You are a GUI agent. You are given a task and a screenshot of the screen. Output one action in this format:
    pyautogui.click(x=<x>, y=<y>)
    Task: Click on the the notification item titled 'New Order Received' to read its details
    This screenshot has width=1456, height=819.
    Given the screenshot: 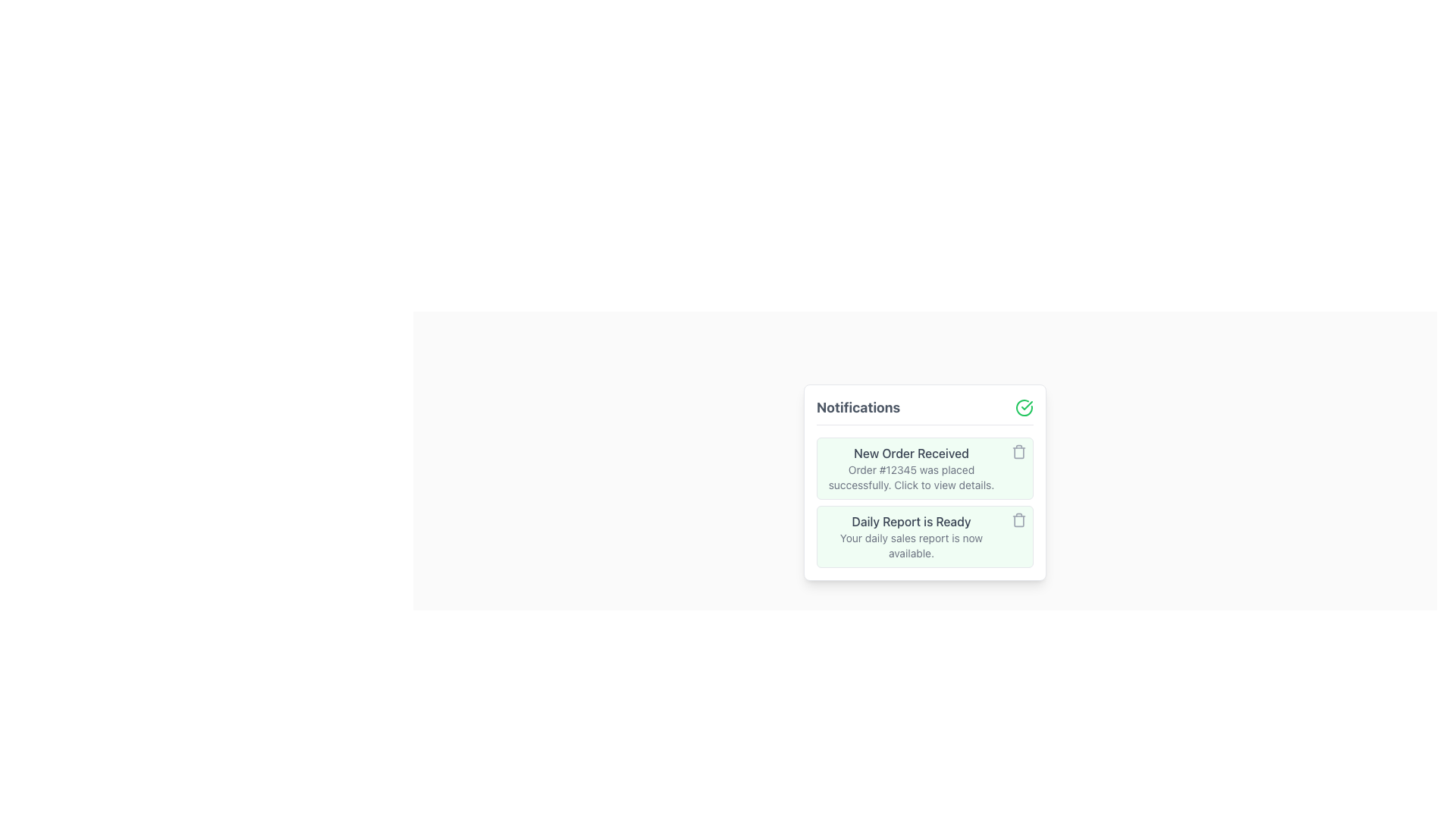 What is the action you would take?
    pyautogui.click(x=910, y=467)
    